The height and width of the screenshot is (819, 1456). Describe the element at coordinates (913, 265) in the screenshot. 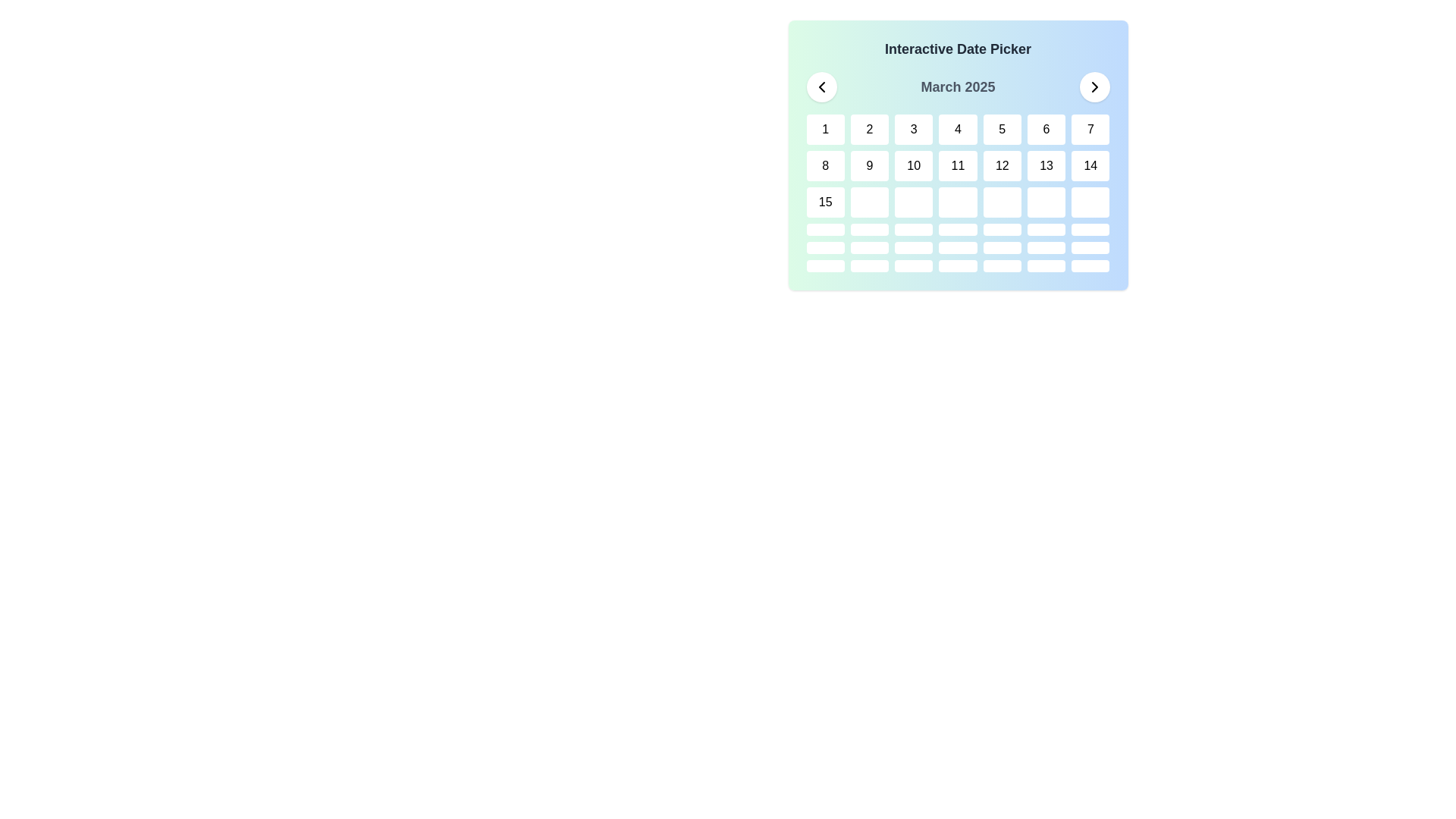

I see `the rectangular button with a white background and rounded corners in the 'Interactive Date Picker' for March 2025, located in the bottom row, column 3` at that location.